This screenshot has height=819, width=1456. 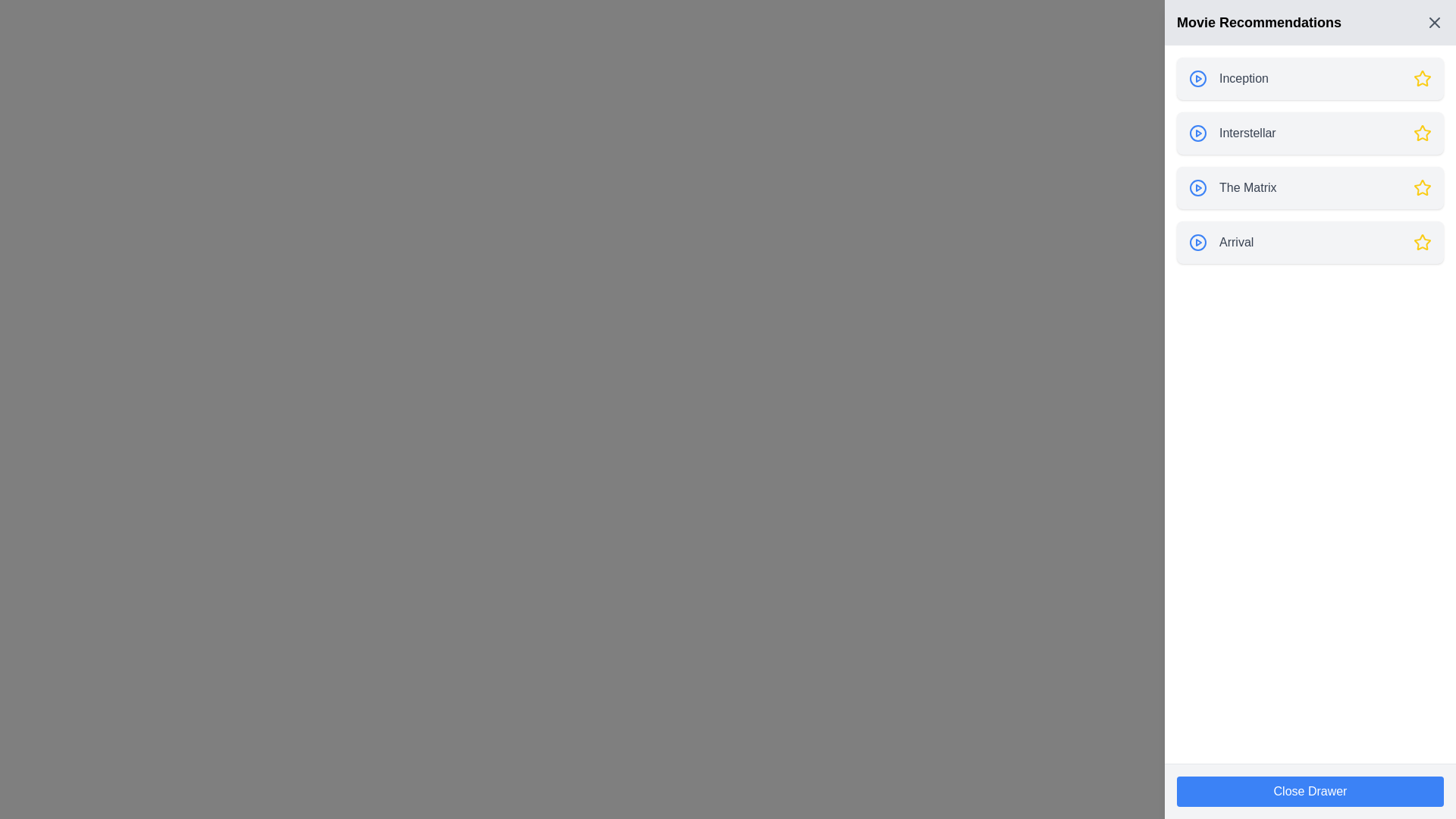 I want to click on the circular component of the SVG play button icon associated with the first movie entry 'Inception' in the 'Movie Recommendations' list, so click(x=1197, y=79).